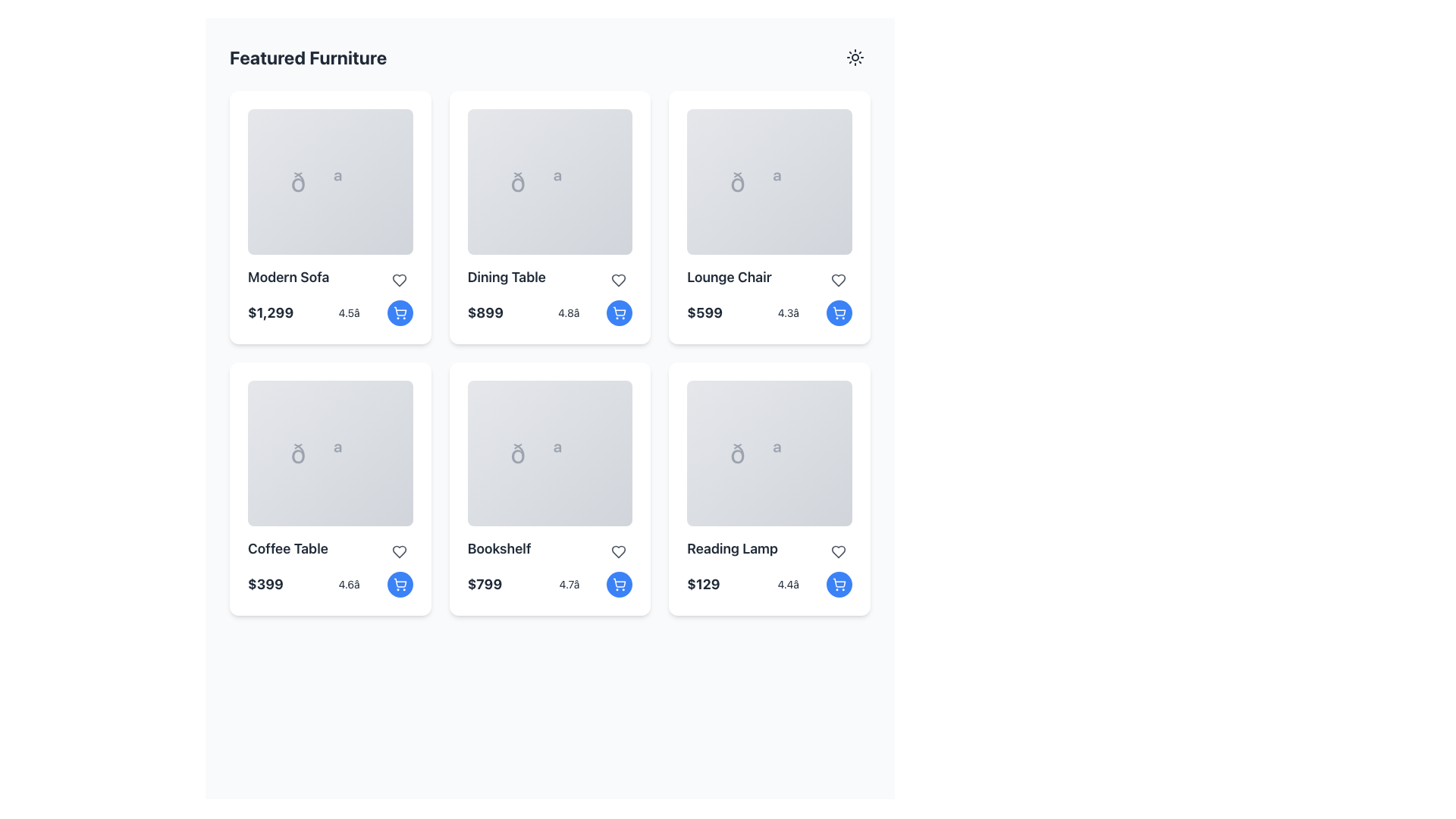  What do you see at coordinates (620, 584) in the screenshot?
I see `the button located in the bottom-right corner of the 'Bookshelf' product card` at bounding box center [620, 584].